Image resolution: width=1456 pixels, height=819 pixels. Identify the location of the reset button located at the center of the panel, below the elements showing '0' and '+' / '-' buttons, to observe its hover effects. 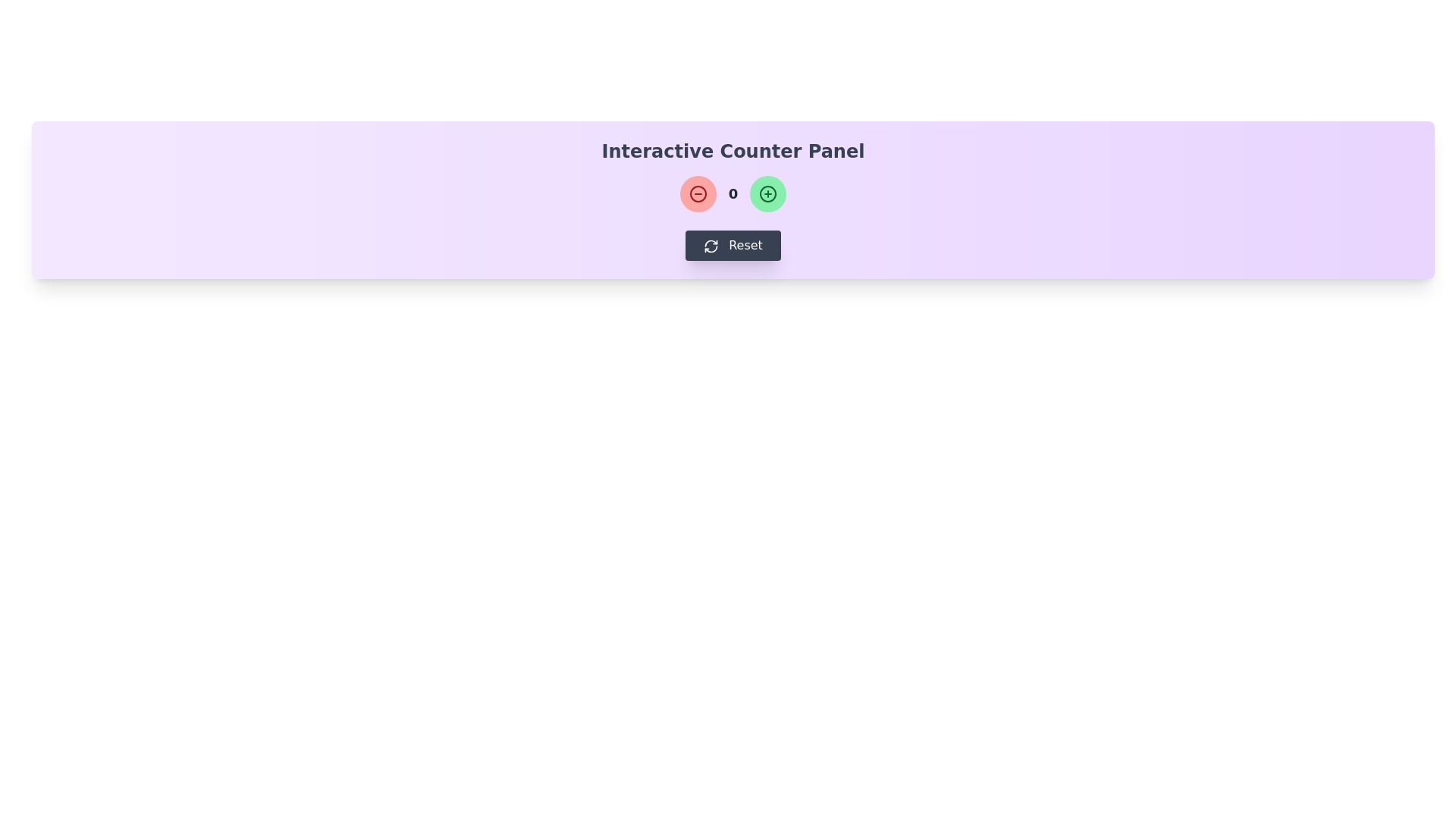
(733, 245).